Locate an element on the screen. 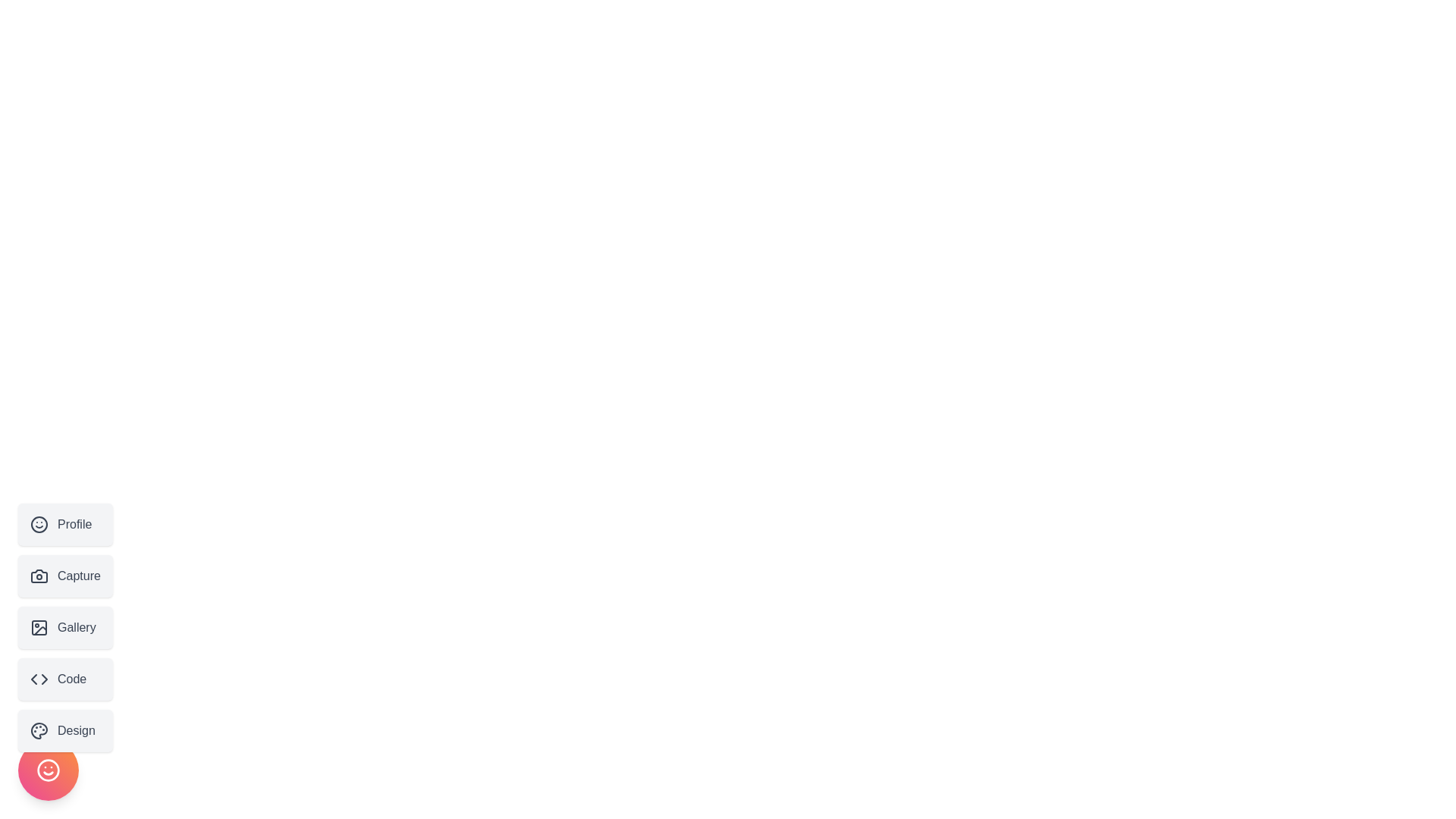  the Text label that describes the 'Capture' button, which is positioned in a vertical menu between the 'Profile' and 'Gallery' buttons is located at coordinates (78, 576).